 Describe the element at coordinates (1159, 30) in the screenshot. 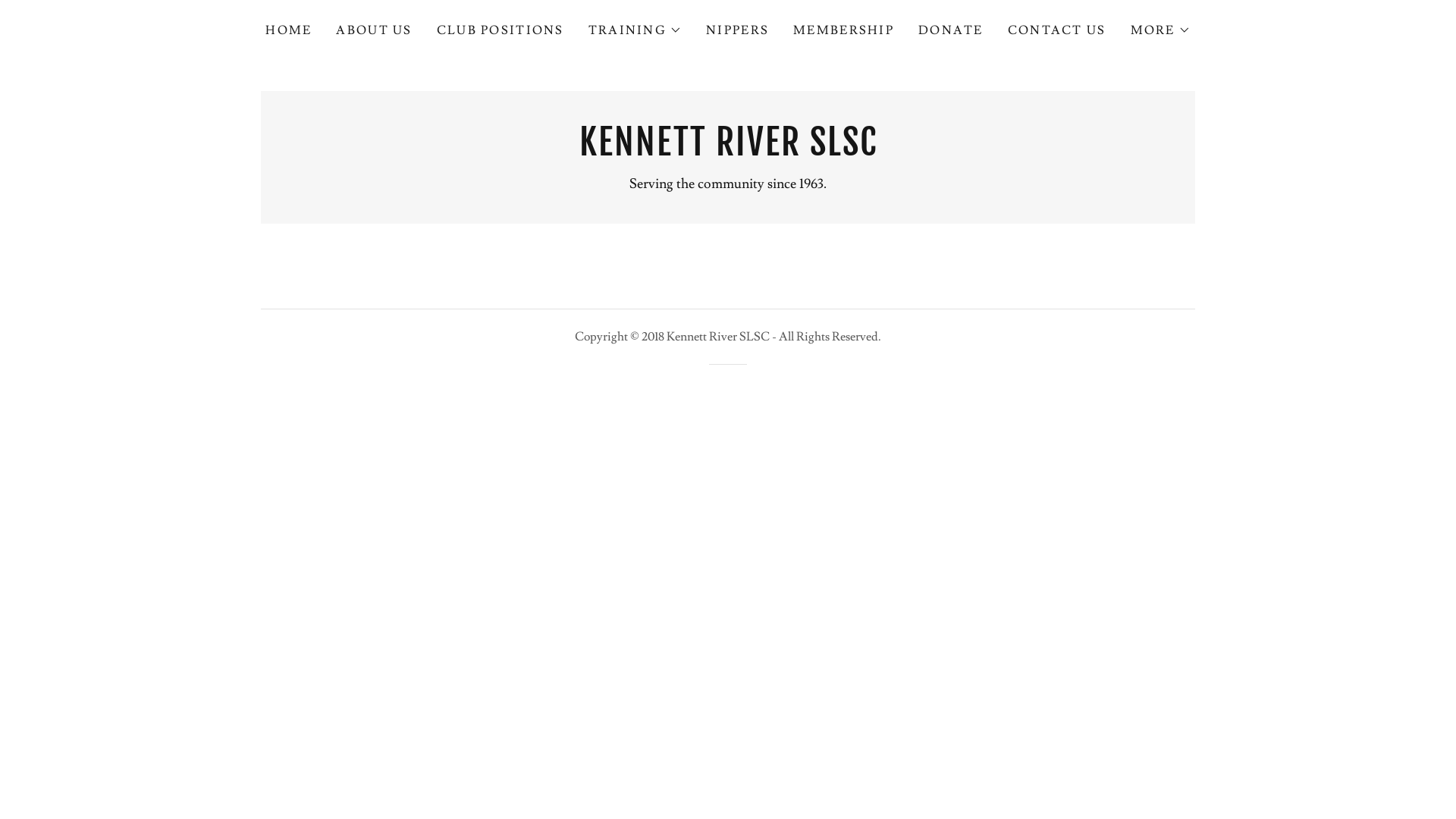

I see `'MORE'` at that location.